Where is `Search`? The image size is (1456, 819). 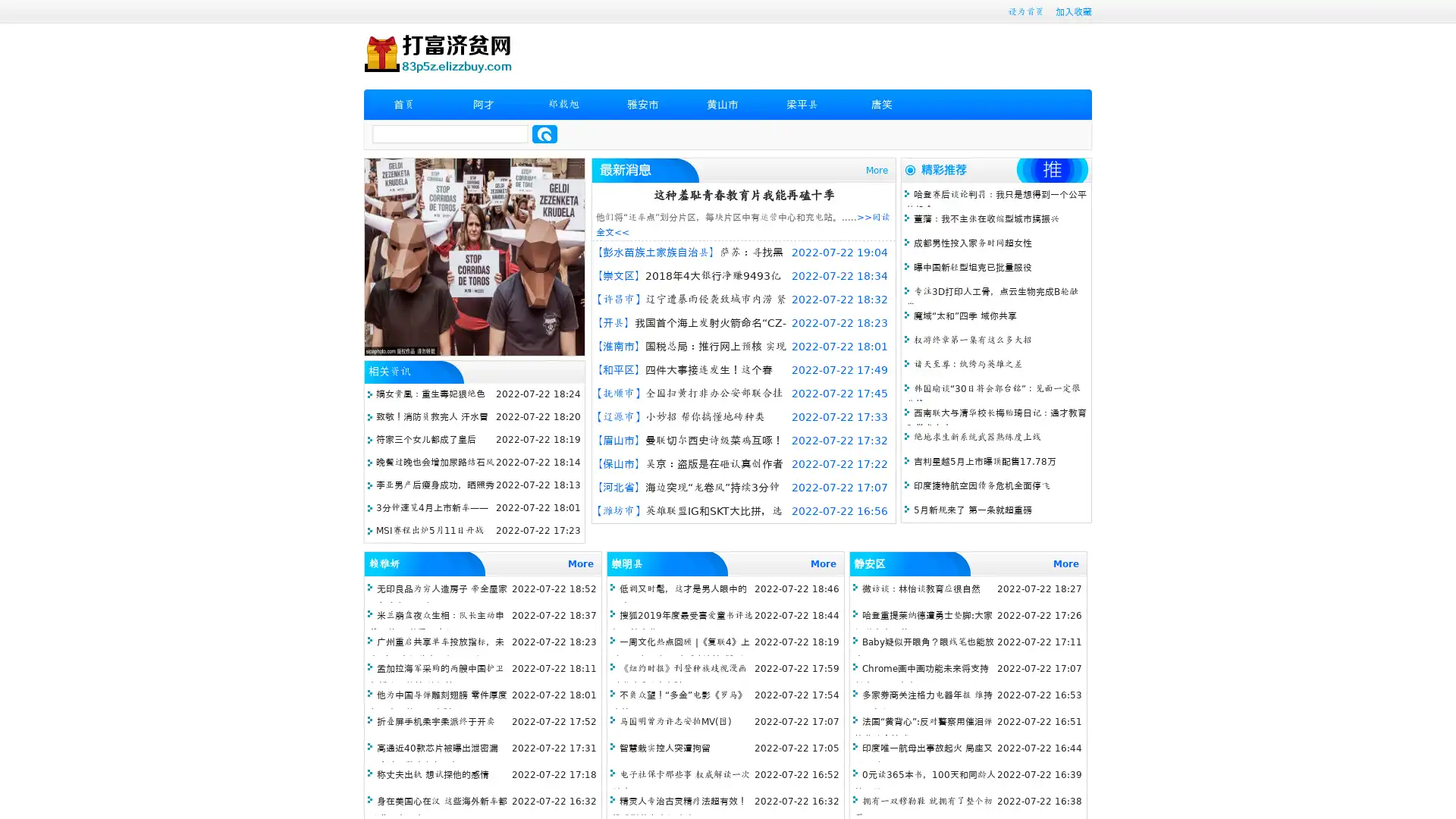 Search is located at coordinates (544, 133).